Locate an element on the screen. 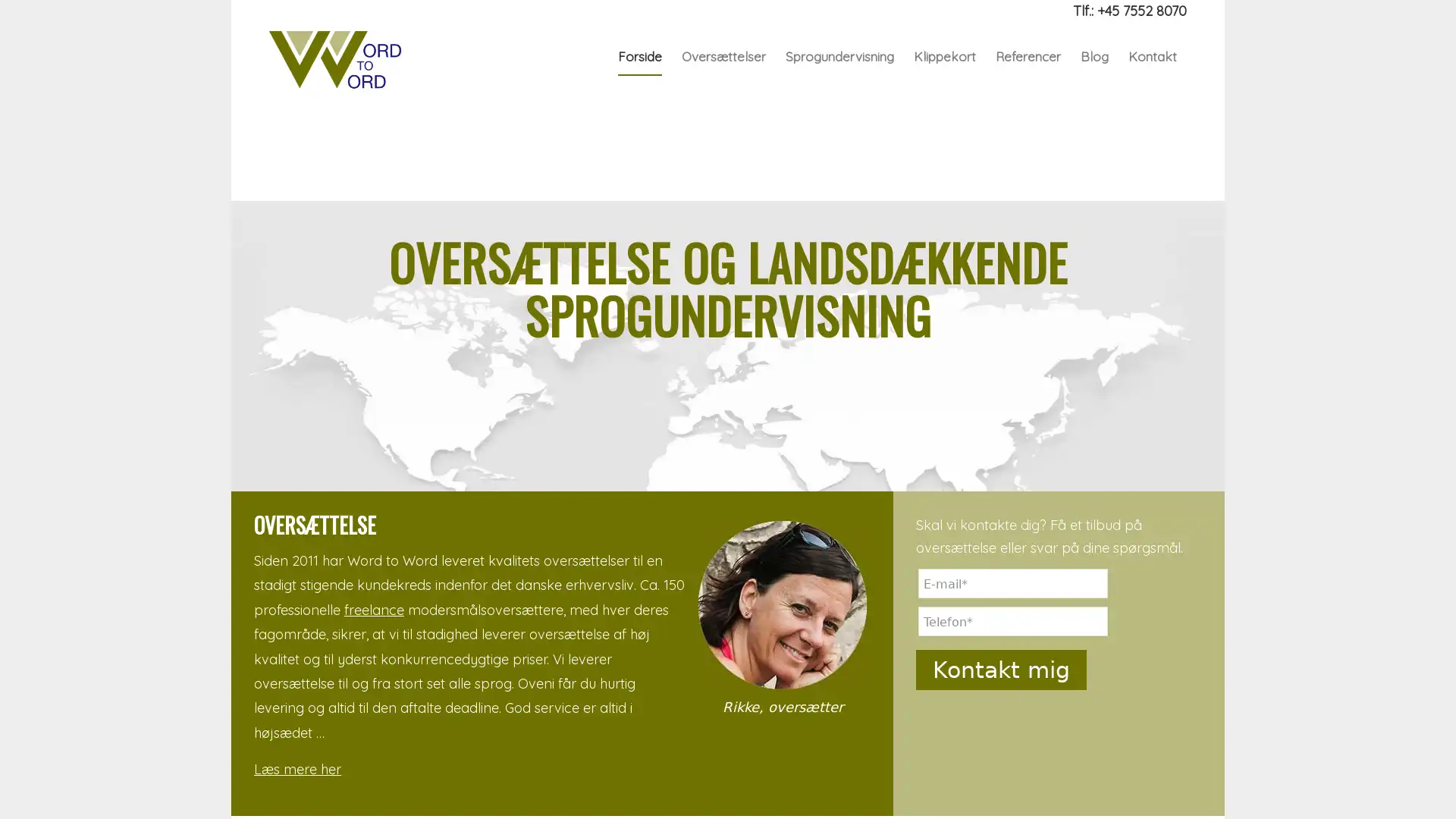 This screenshot has height=819, width=1456. Kontakt mig is located at coordinates (1001, 669).